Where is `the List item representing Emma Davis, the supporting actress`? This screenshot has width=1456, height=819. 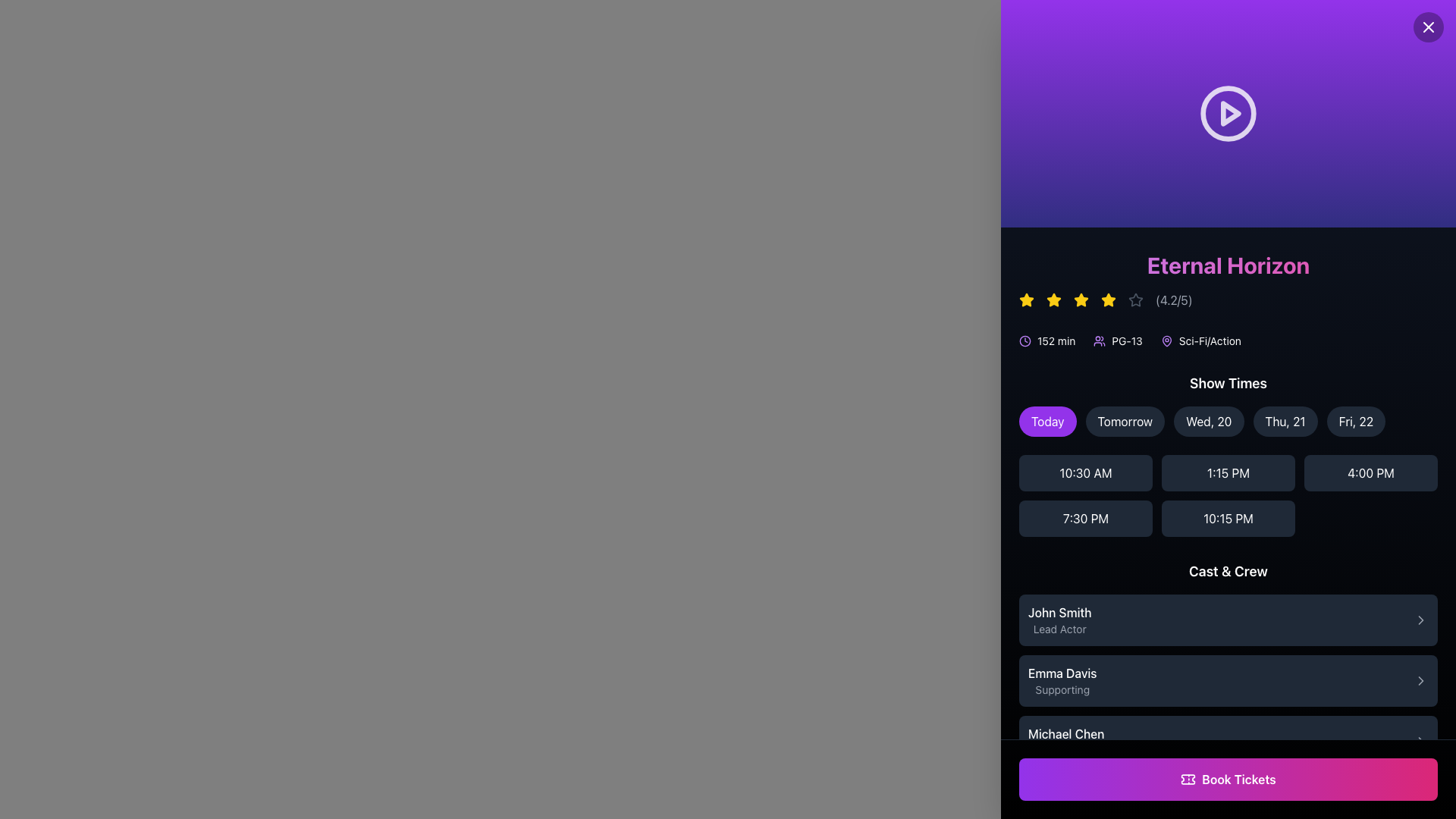
the List item representing Emma Davis, the supporting actress is located at coordinates (1228, 663).